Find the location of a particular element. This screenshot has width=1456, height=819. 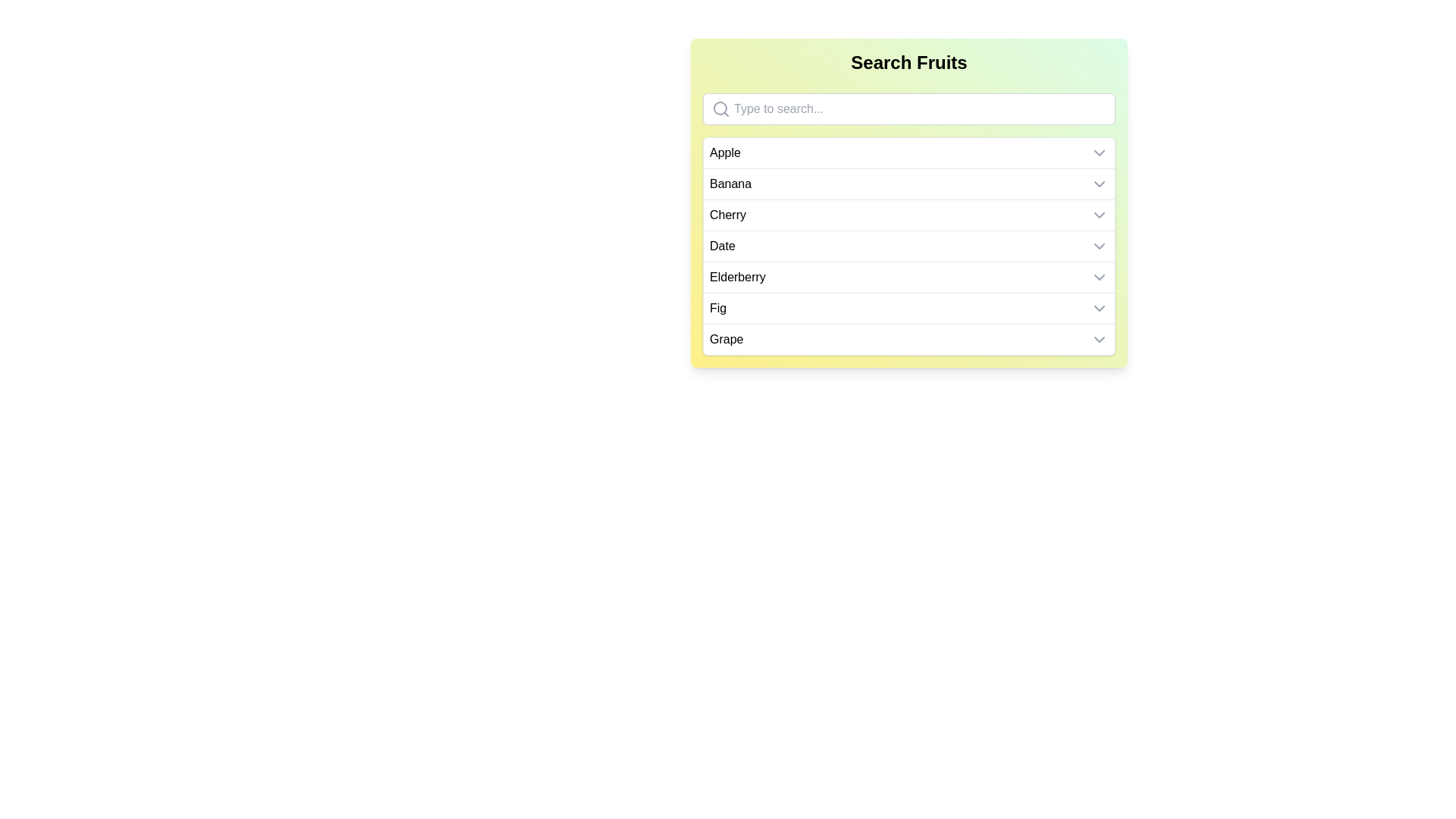

the Chevron icon located at the far-right side of the row labeled 'Cherry' is located at coordinates (1099, 215).